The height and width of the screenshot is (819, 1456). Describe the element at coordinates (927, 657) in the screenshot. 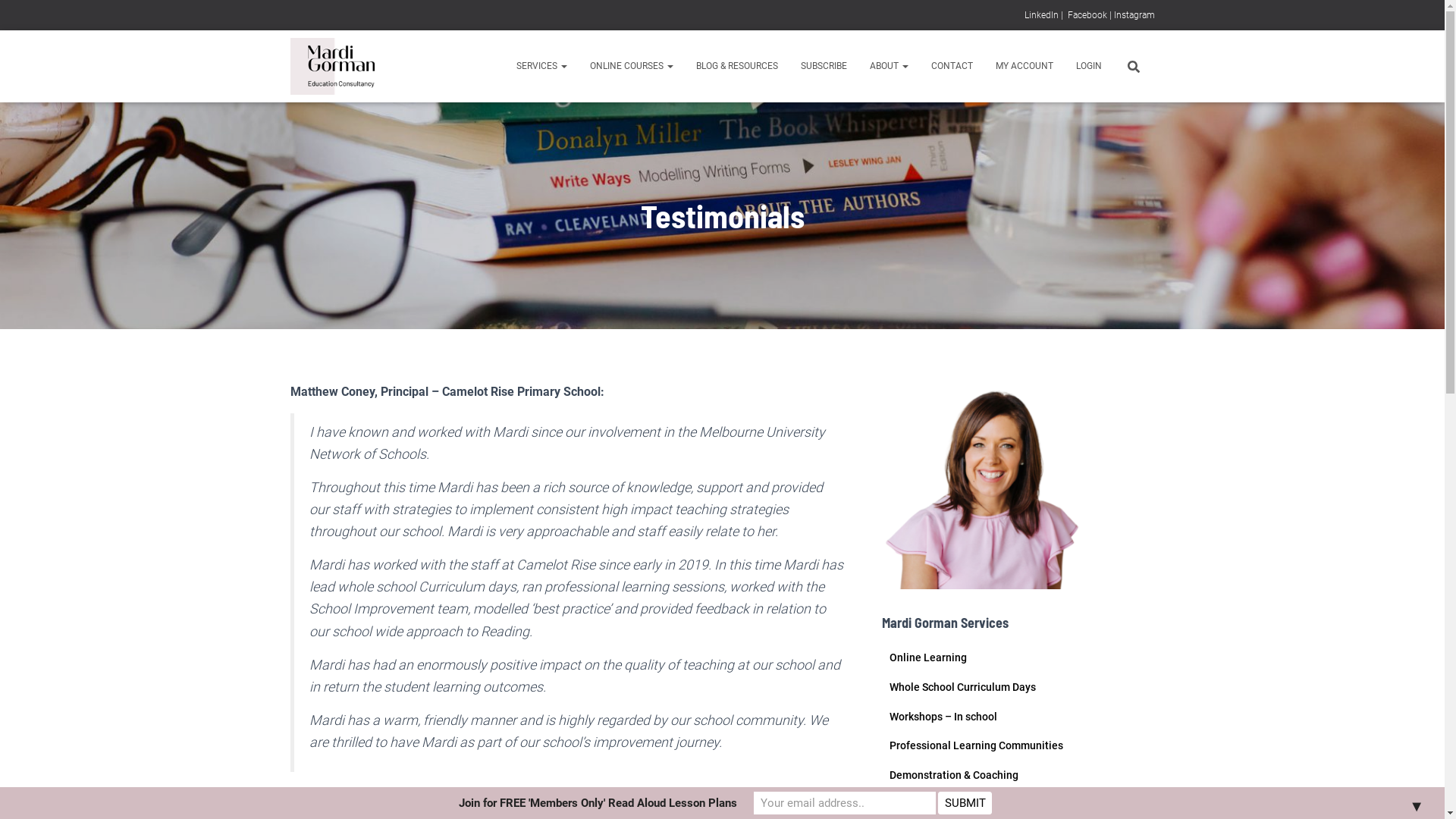

I see `'Online Learning'` at that location.